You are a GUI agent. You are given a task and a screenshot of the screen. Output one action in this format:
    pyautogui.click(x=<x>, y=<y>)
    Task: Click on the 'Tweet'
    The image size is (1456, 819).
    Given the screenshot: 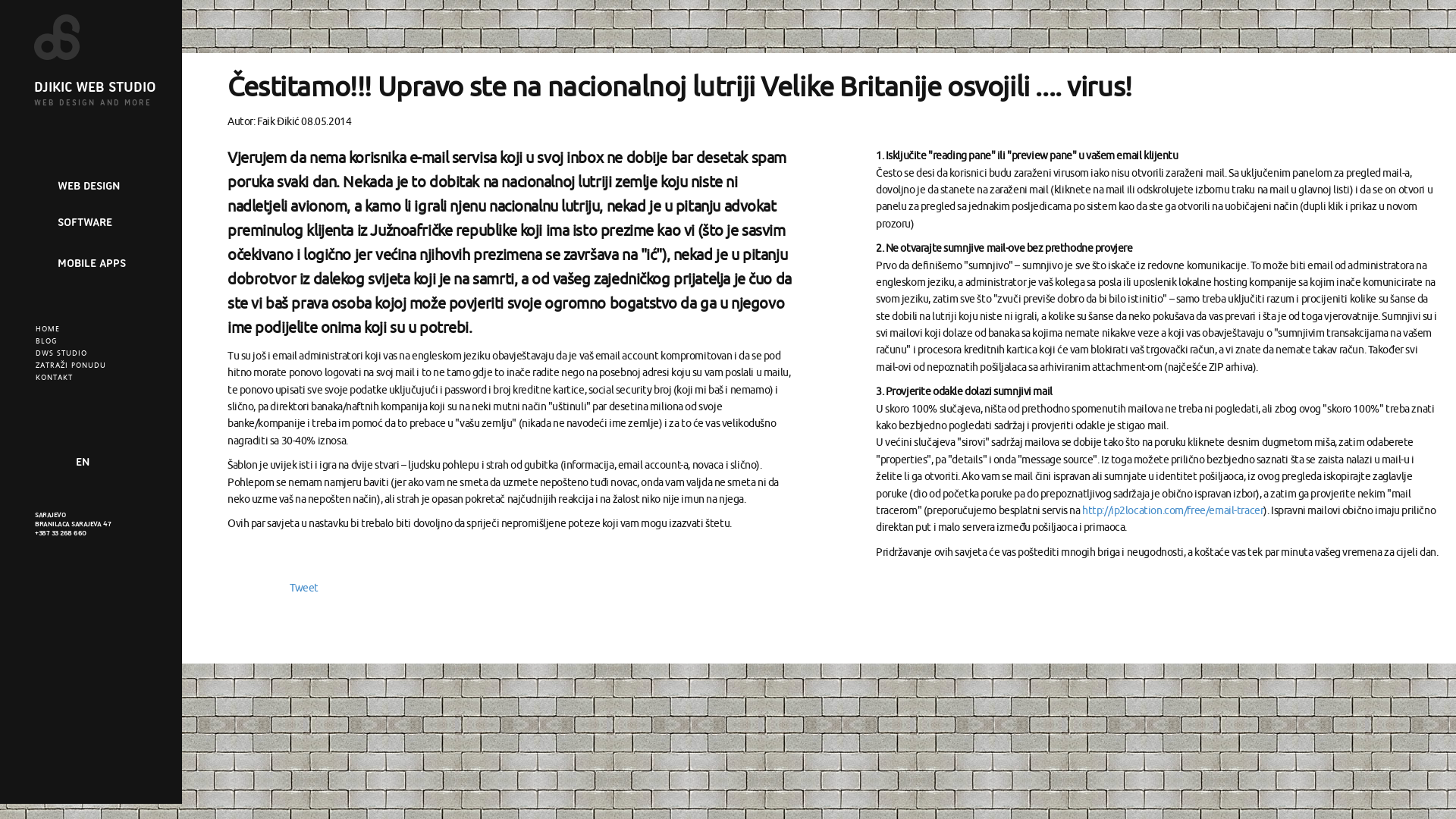 What is the action you would take?
    pyautogui.click(x=303, y=587)
    